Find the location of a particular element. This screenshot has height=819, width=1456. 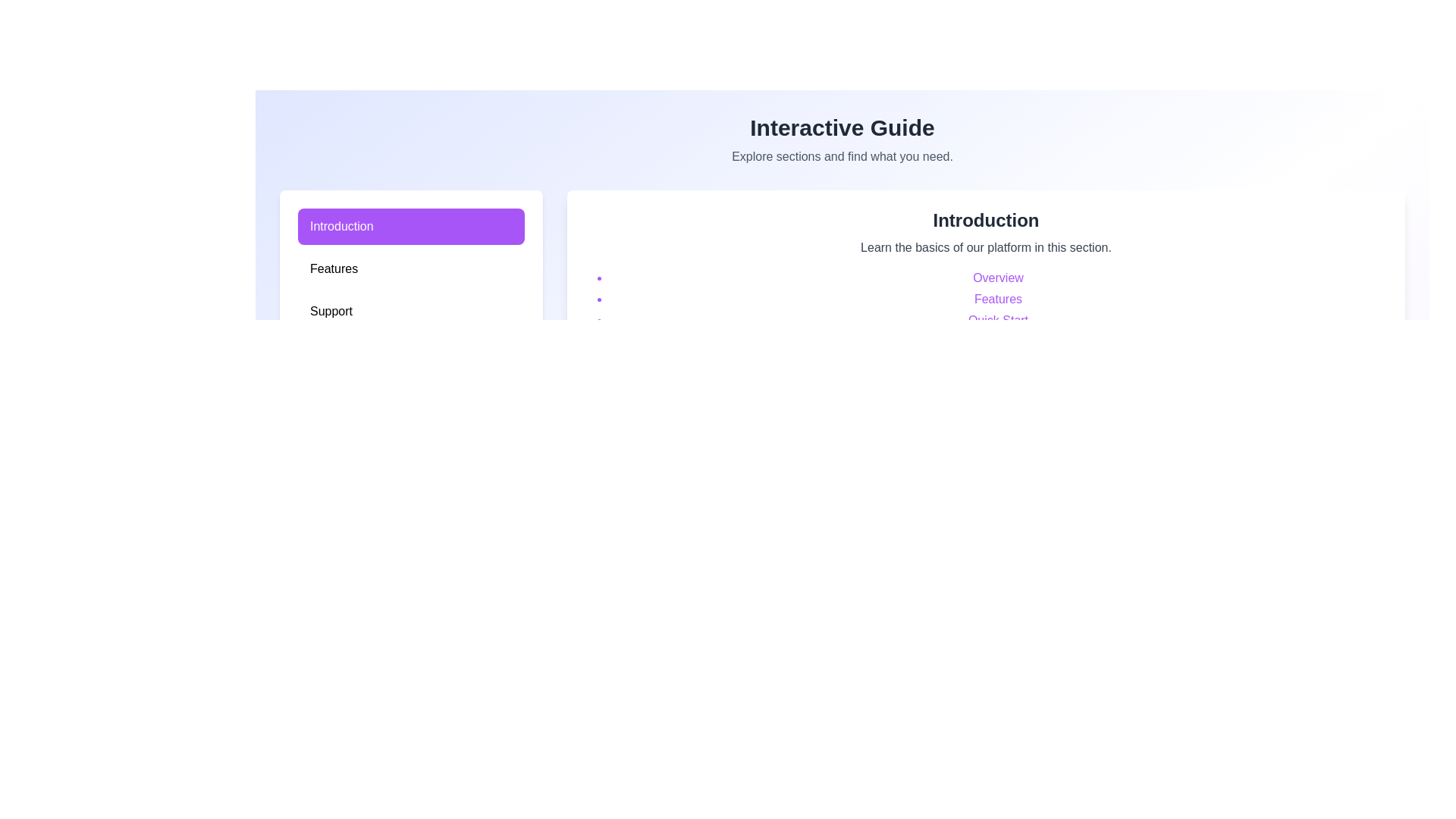

the third item in the vertically stacked list within the 'Introduction' section, which serves as a navigational reference or descriptor, located below the 'Features' list item is located at coordinates (998, 320).